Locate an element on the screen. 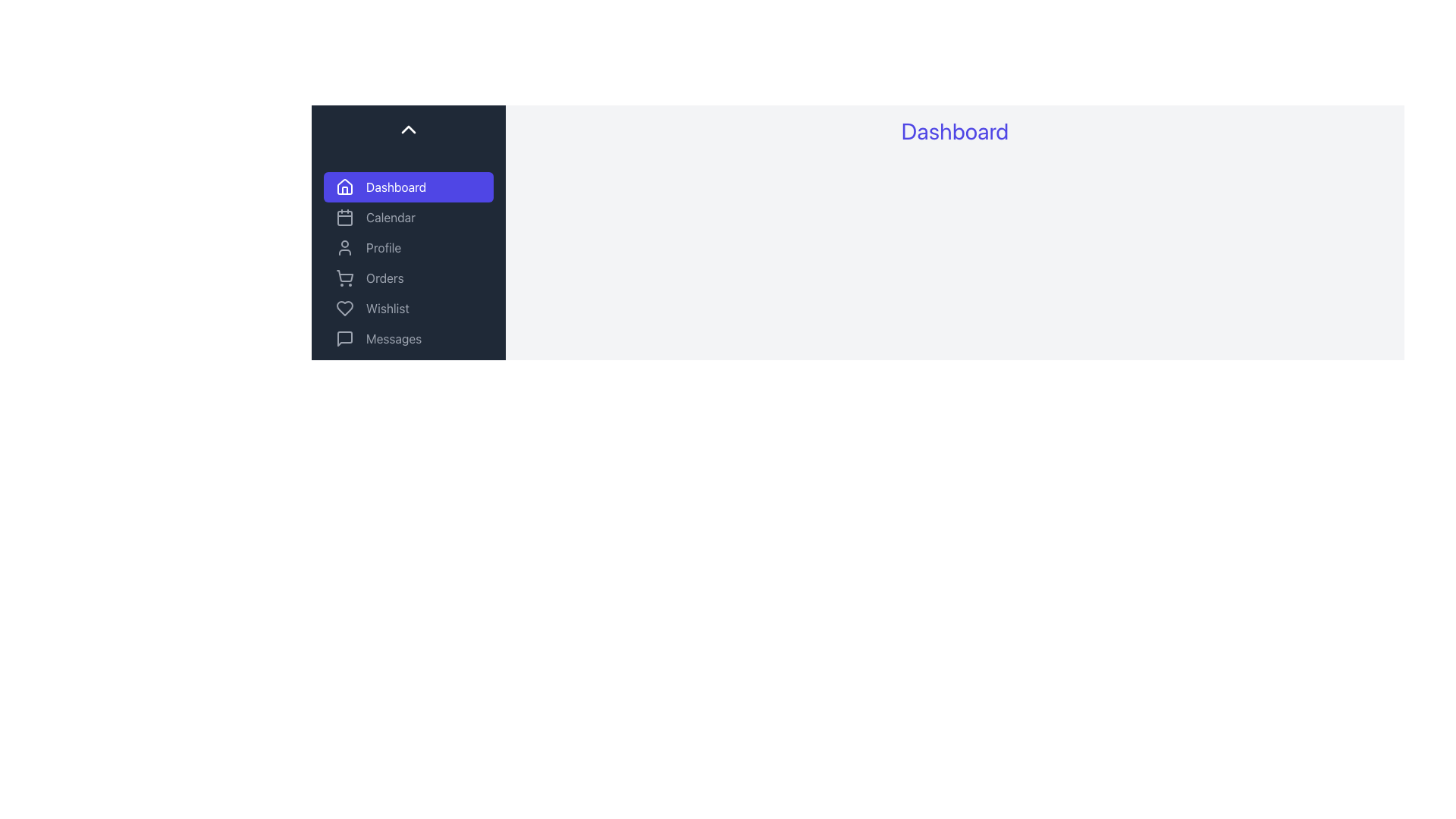 The image size is (1456, 819). the 'Orders' text label in the sidebar menu, which is styled in light gray and positioned below the 'Profile' item and above the 'Wishlist' item is located at coordinates (384, 278).